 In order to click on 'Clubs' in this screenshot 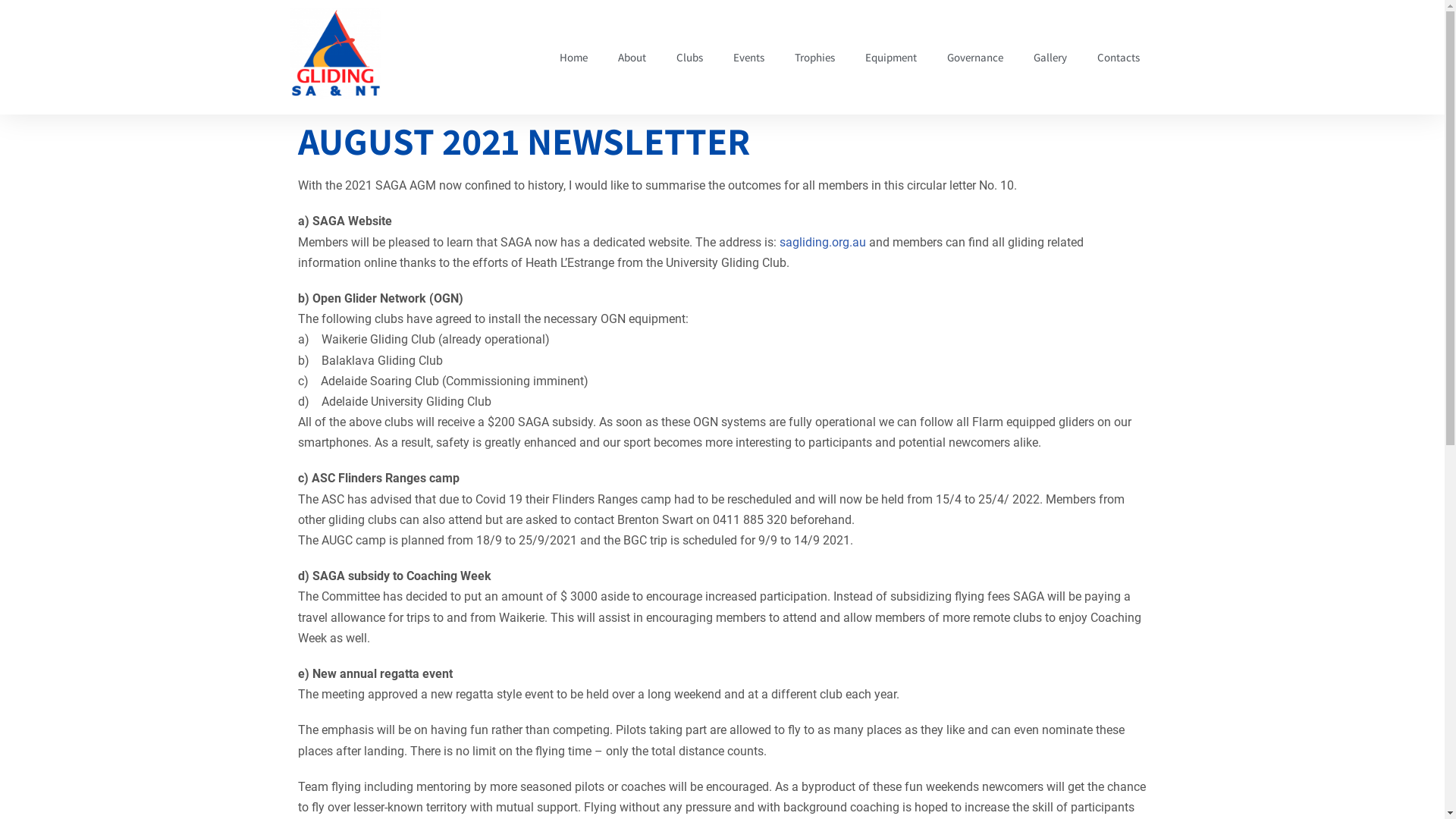, I will do `click(661, 57)`.